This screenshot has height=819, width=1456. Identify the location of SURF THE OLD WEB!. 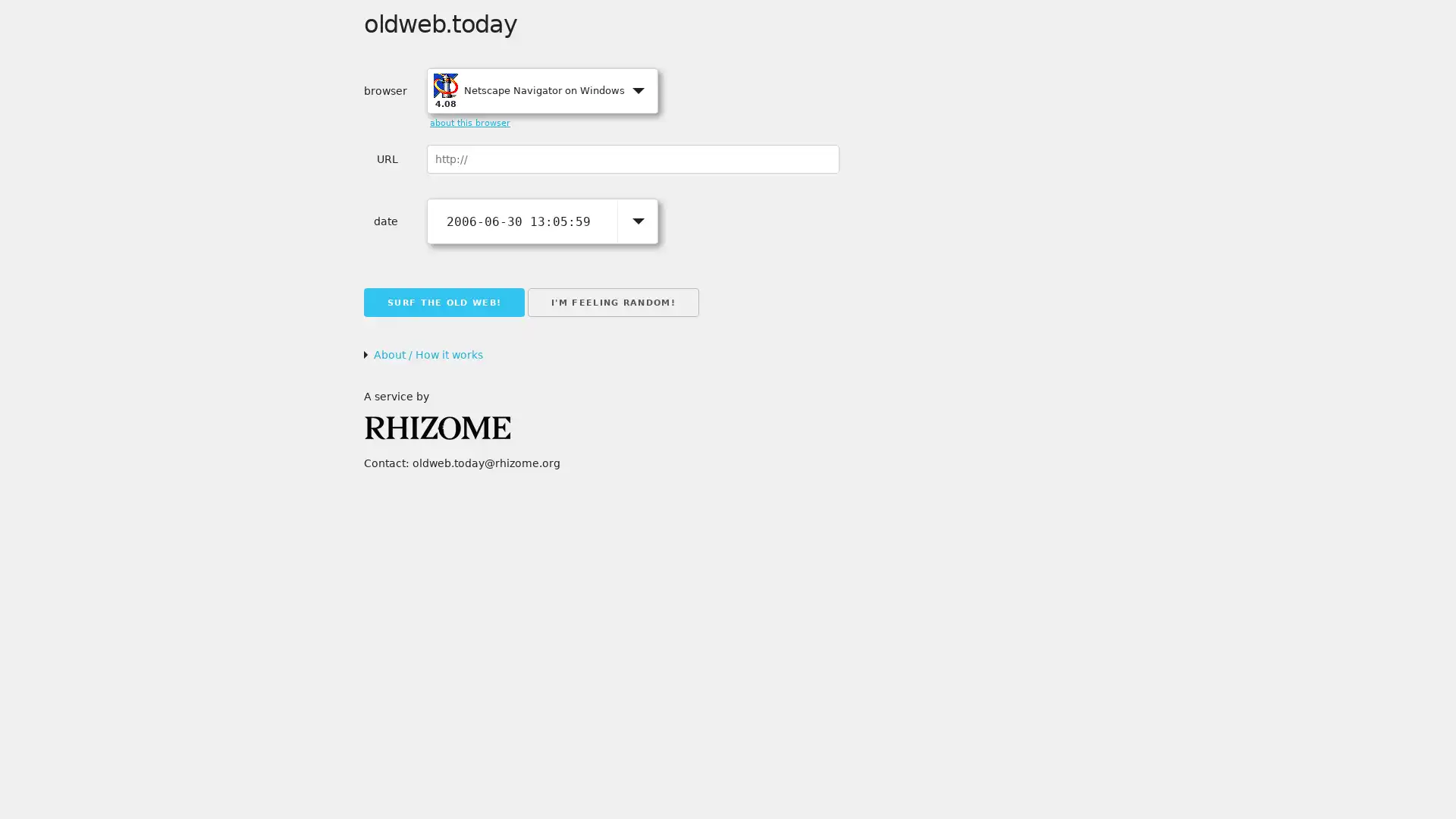
(443, 302).